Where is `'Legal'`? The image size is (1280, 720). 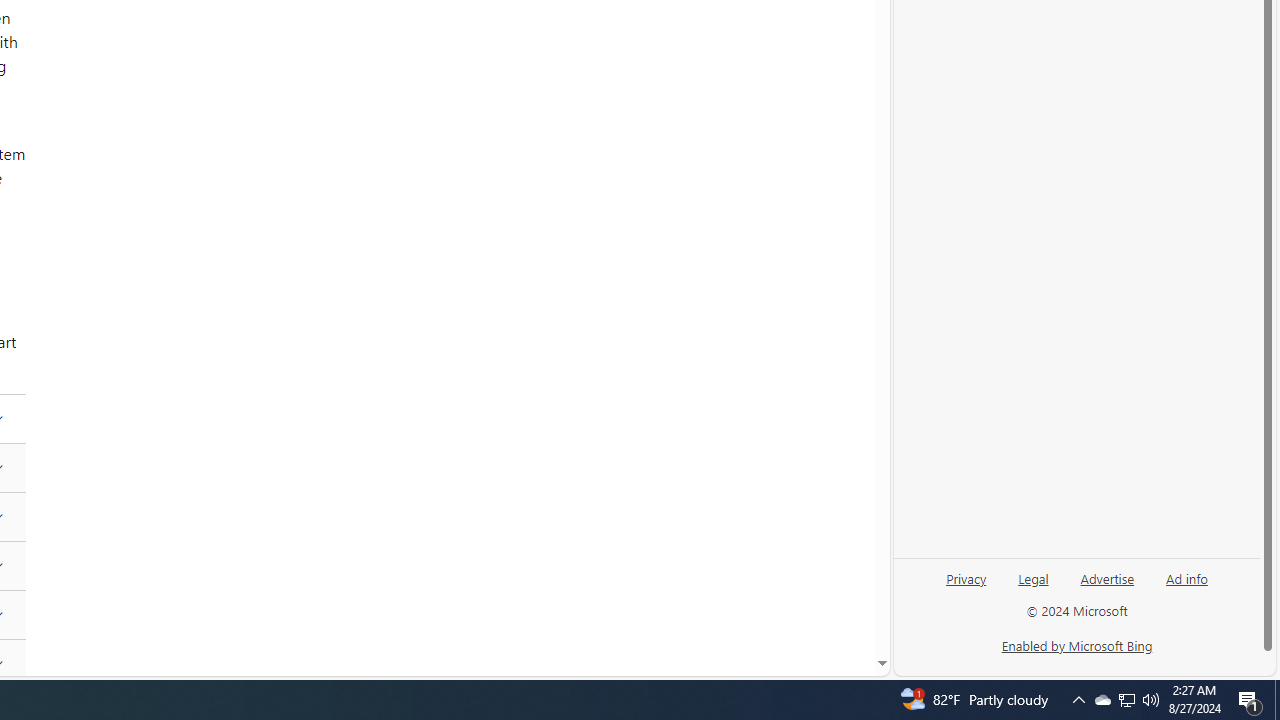
'Legal' is located at coordinates (1033, 577).